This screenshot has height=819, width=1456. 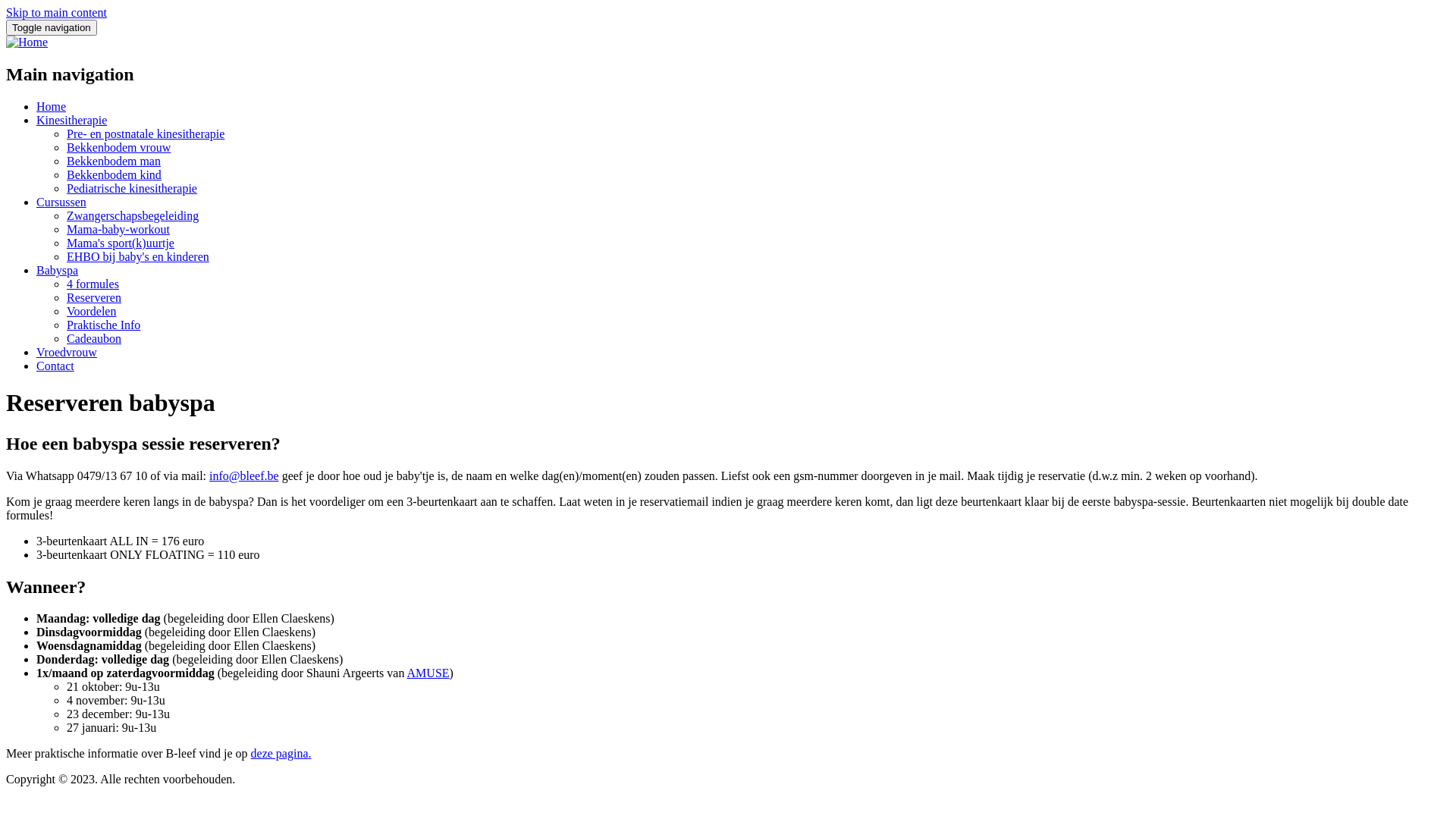 What do you see at coordinates (138, 256) in the screenshot?
I see `'EHBO bij baby's en kinderen'` at bounding box center [138, 256].